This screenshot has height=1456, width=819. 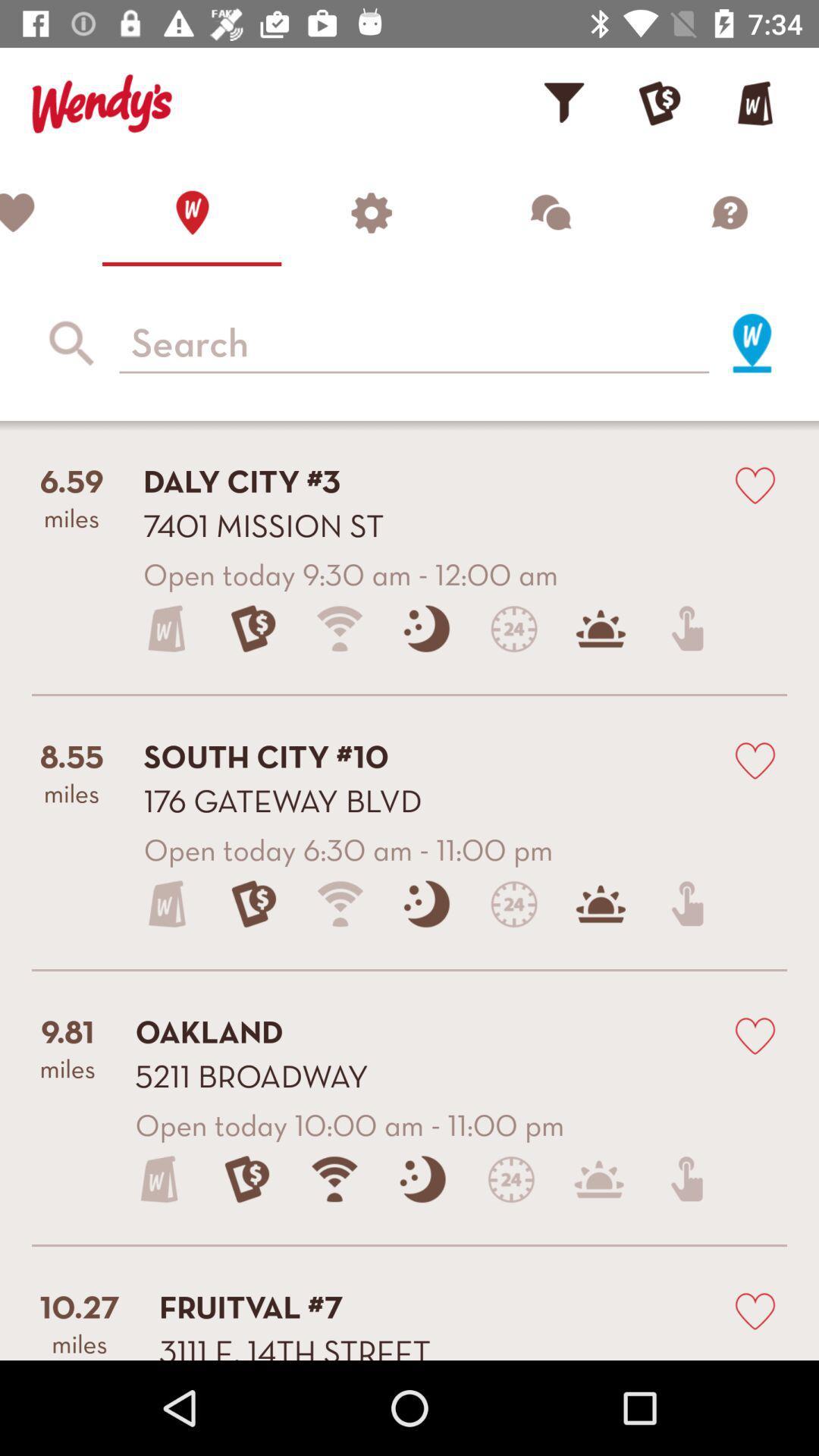 What do you see at coordinates (50, 212) in the screenshot?
I see `favorites` at bounding box center [50, 212].